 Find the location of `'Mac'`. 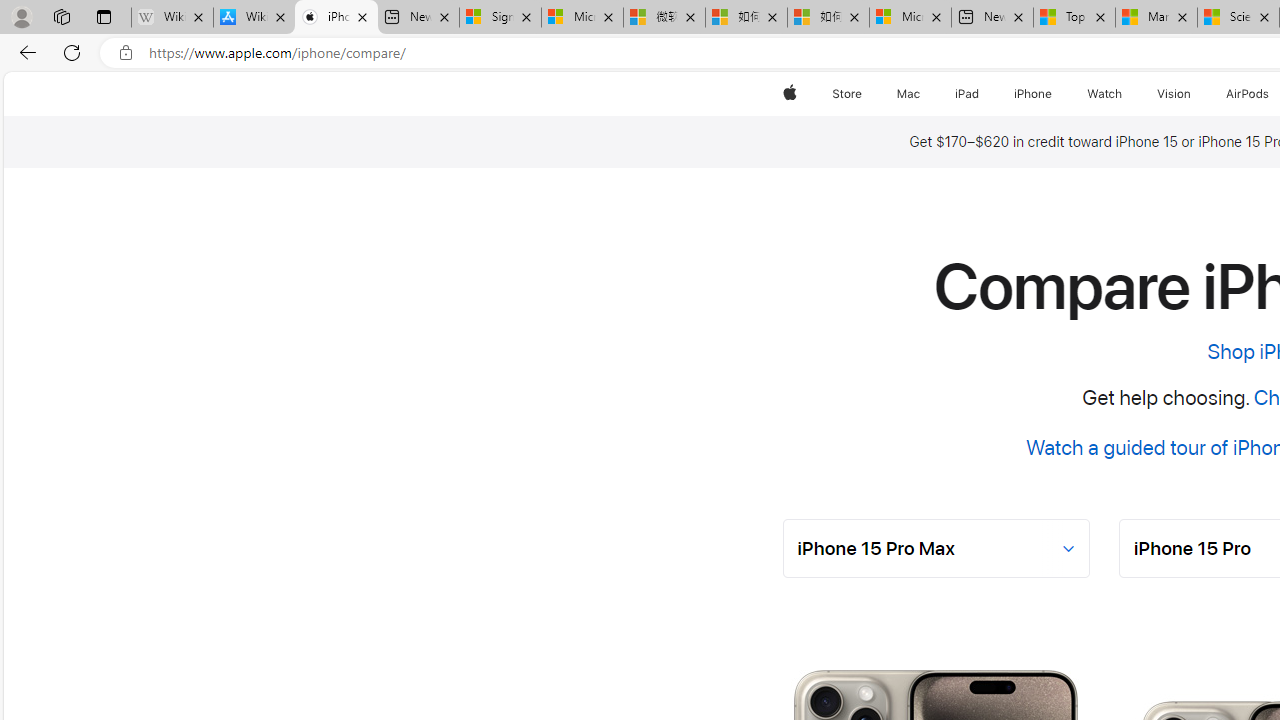

'Mac' is located at coordinates (907, 93).